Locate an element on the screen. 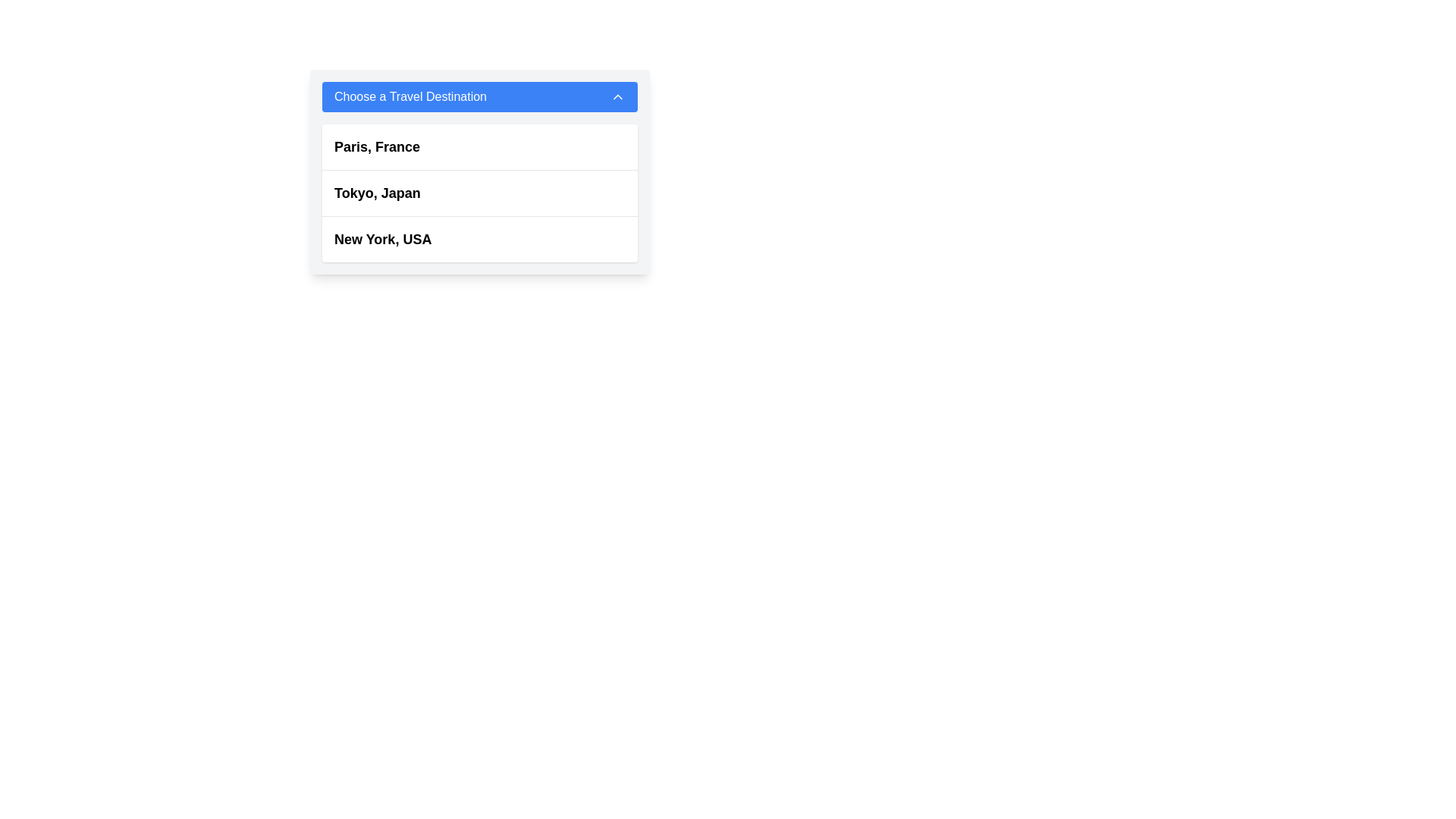 This screenshot has height=819, width=1456. the list item displaying 'Tokyo, Japan' in the dropdown menu is located at coordinates (479, 192).